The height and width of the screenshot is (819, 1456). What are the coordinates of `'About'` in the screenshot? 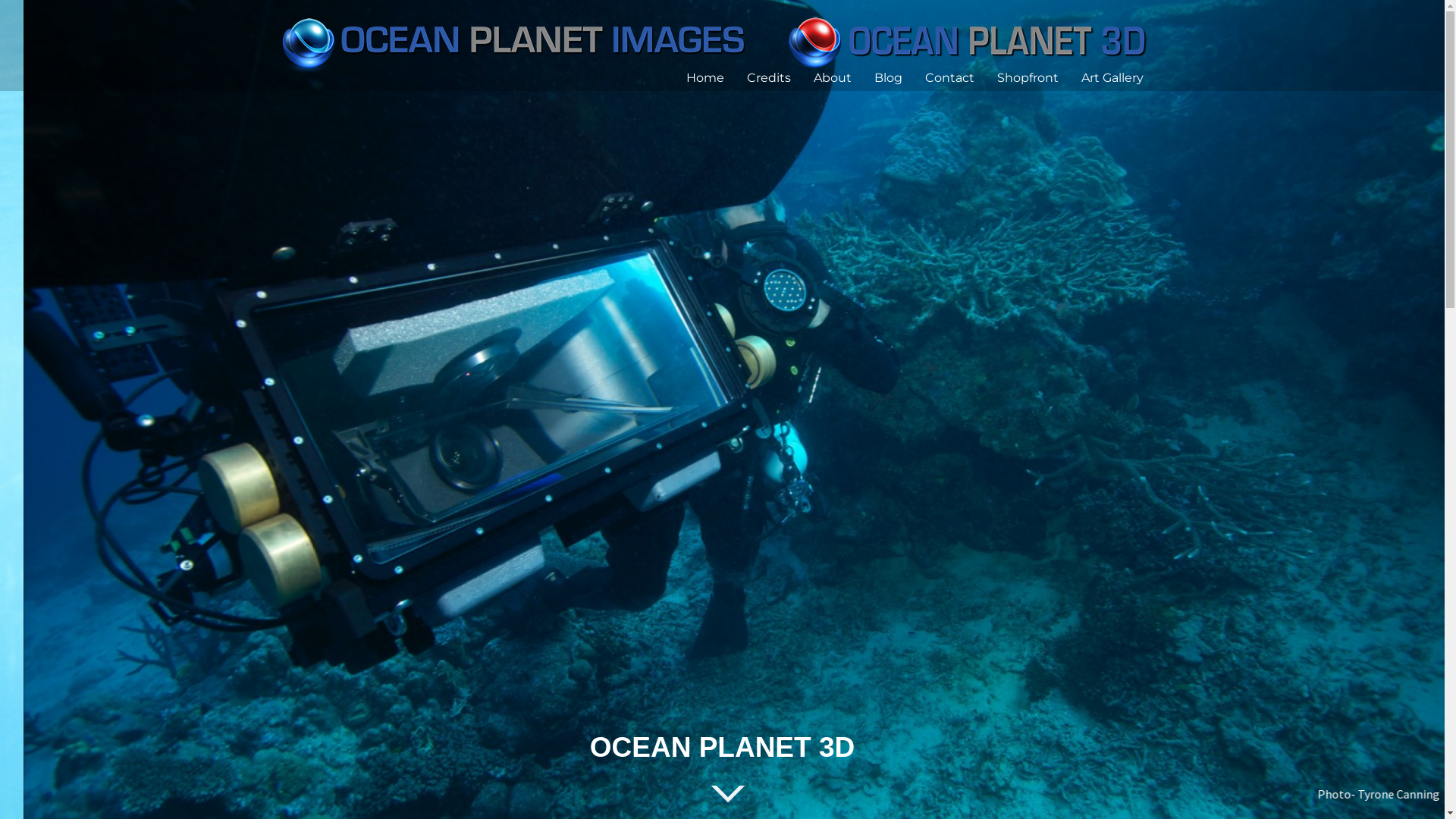 It's located at (811, 77).